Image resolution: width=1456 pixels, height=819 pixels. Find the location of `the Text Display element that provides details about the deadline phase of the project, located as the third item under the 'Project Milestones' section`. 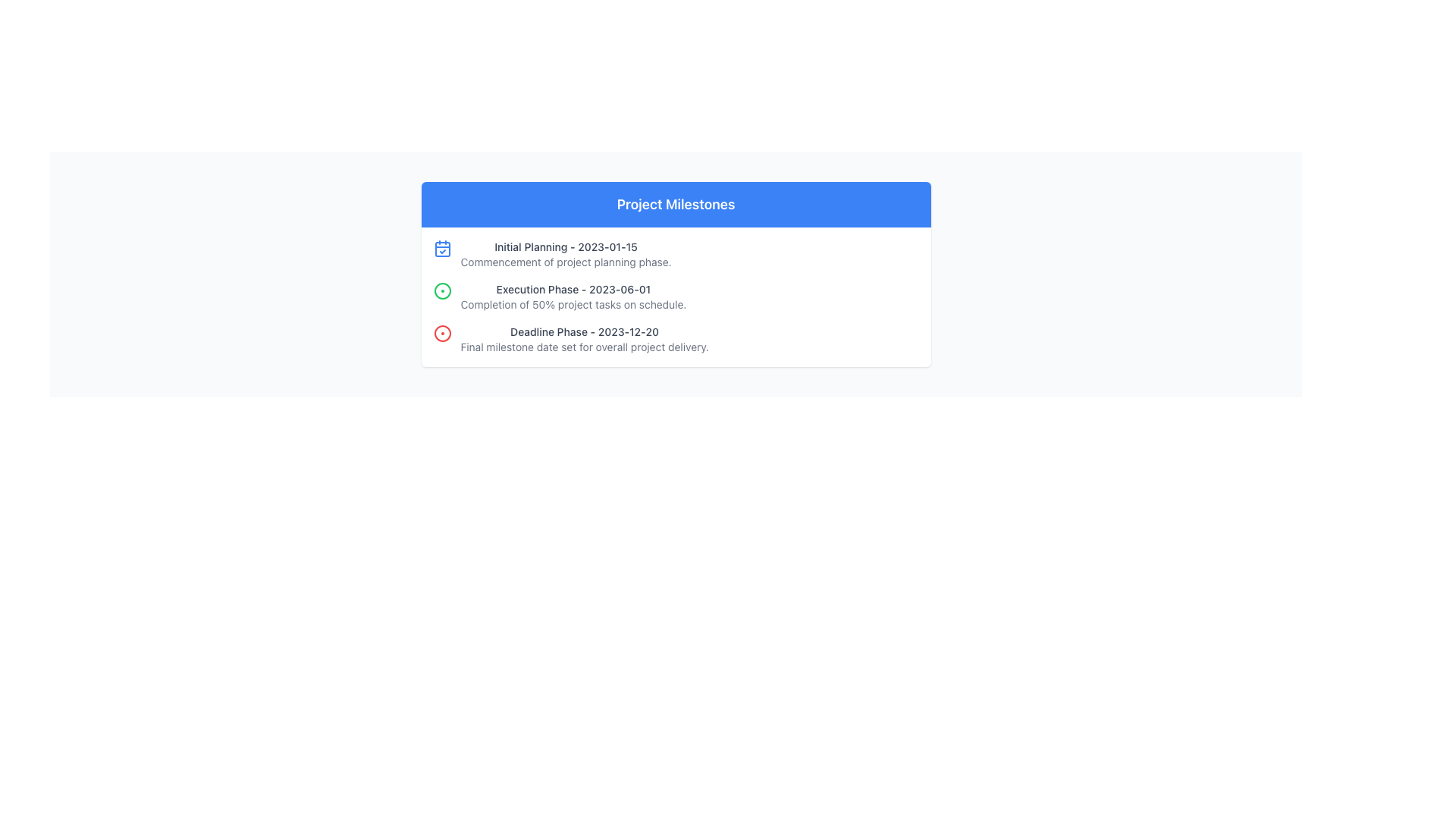

the Text Display element that provides details about the deadline phase of the project, located as the third item under the 'Project Milestones' section is located at coordinates (584, 338).